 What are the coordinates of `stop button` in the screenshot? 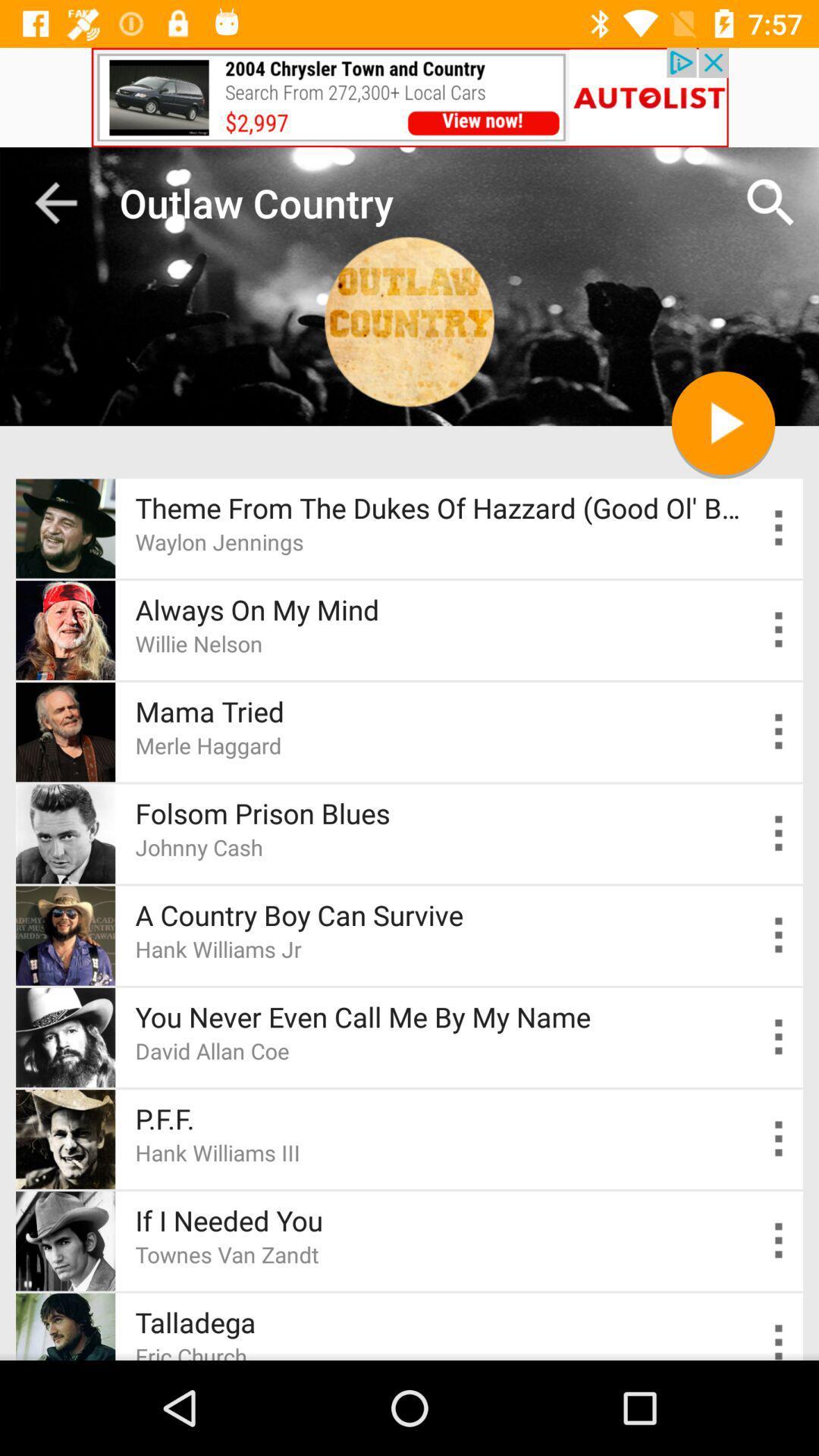 It's located at (722, 422).